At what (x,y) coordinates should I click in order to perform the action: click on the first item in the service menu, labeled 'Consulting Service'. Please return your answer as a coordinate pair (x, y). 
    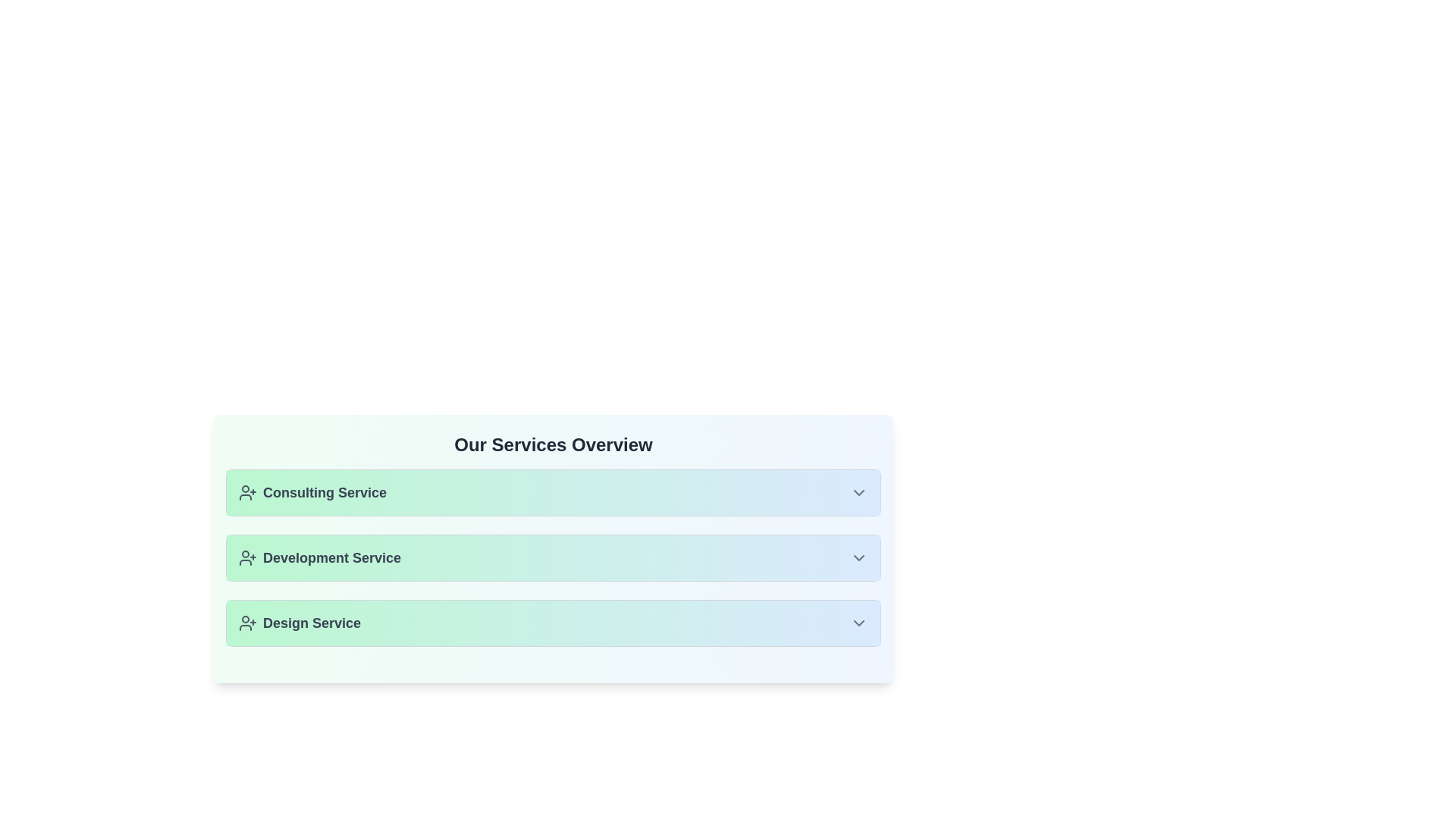
    Looking at the image, I should click on (552, 493).